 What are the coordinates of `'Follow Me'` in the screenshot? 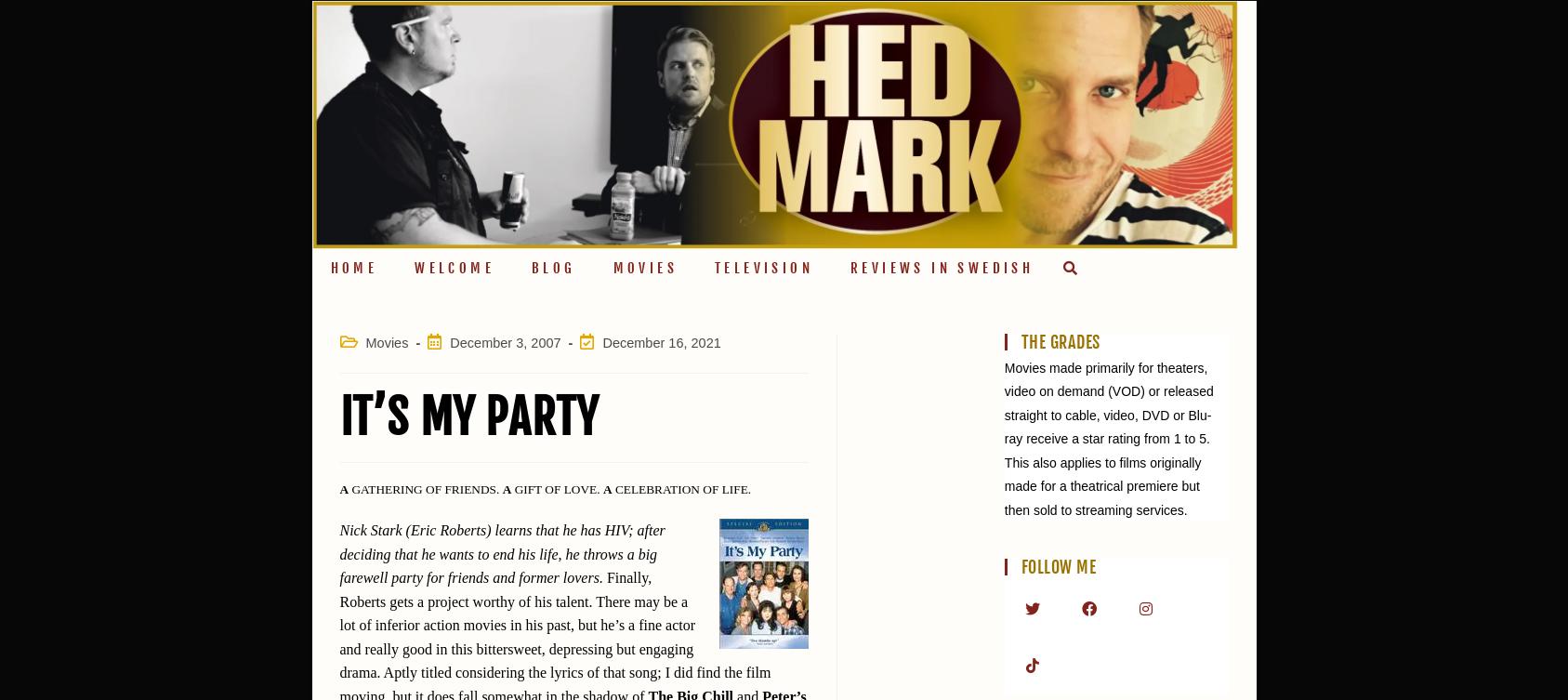 It's located at (1021, 567).